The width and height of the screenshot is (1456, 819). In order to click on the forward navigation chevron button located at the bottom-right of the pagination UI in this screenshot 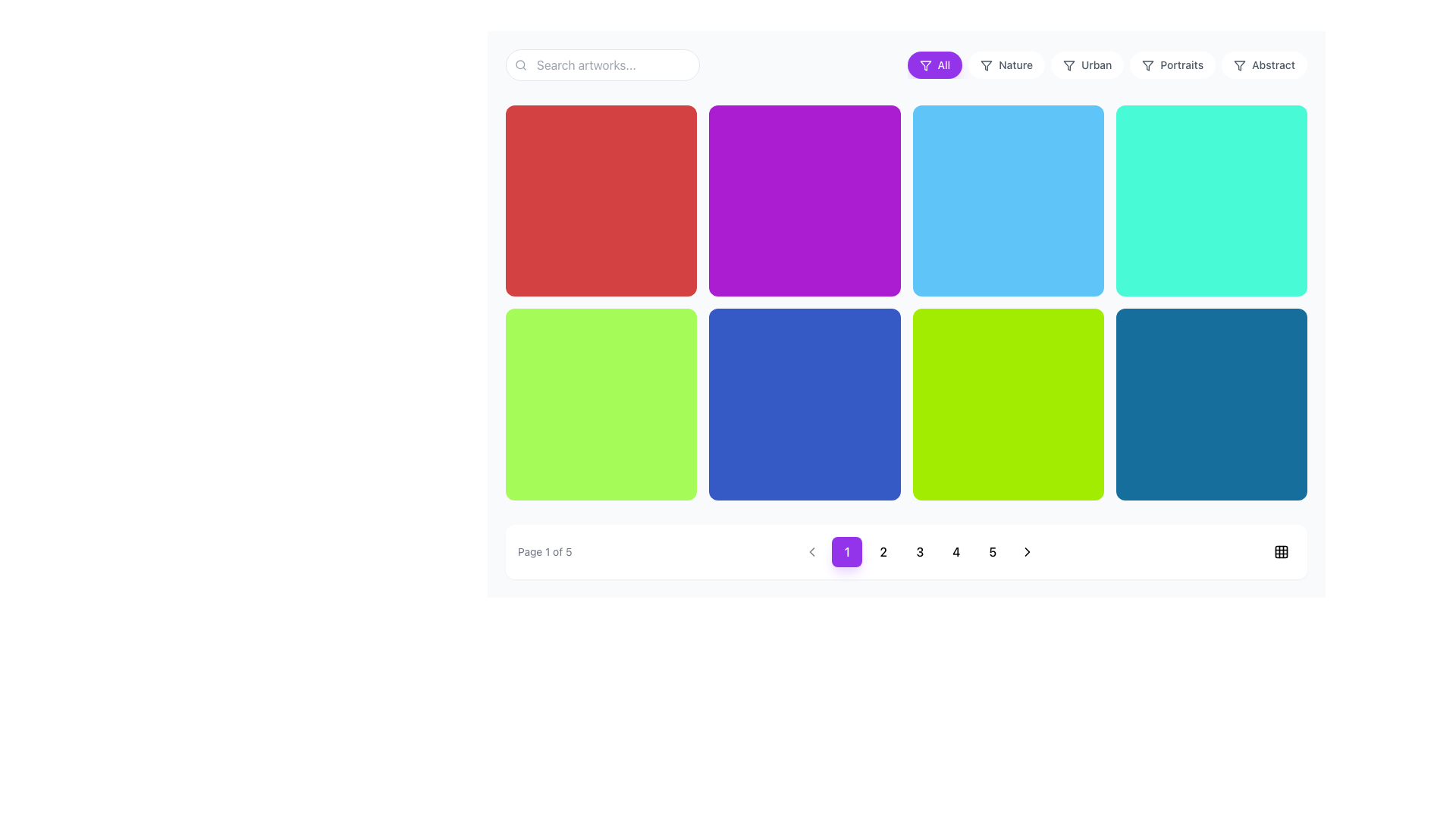, I will do `click(1028, 551)`.